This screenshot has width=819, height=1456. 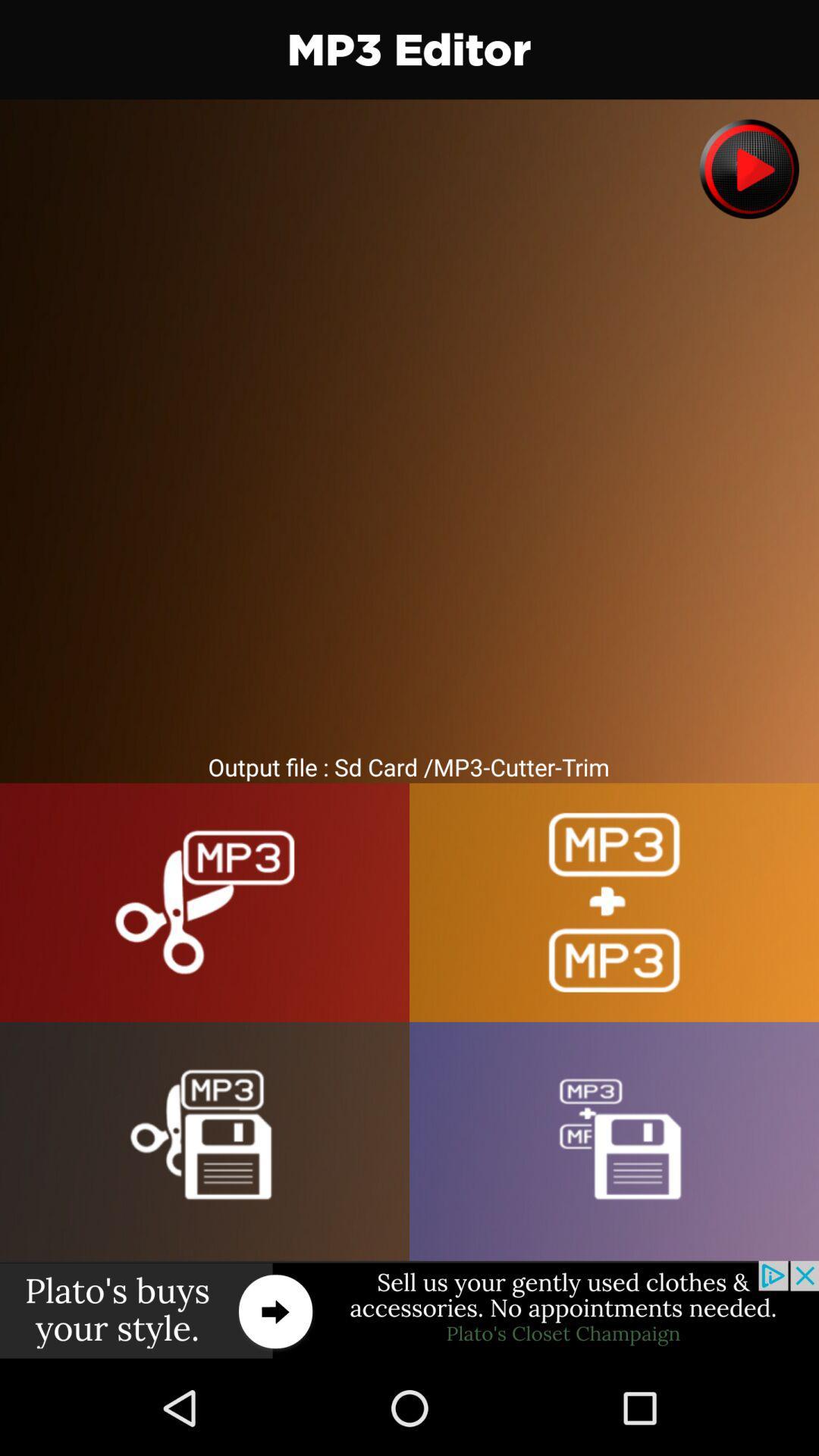 I want to click on to join mp3 files, so click(x=614, y=902).